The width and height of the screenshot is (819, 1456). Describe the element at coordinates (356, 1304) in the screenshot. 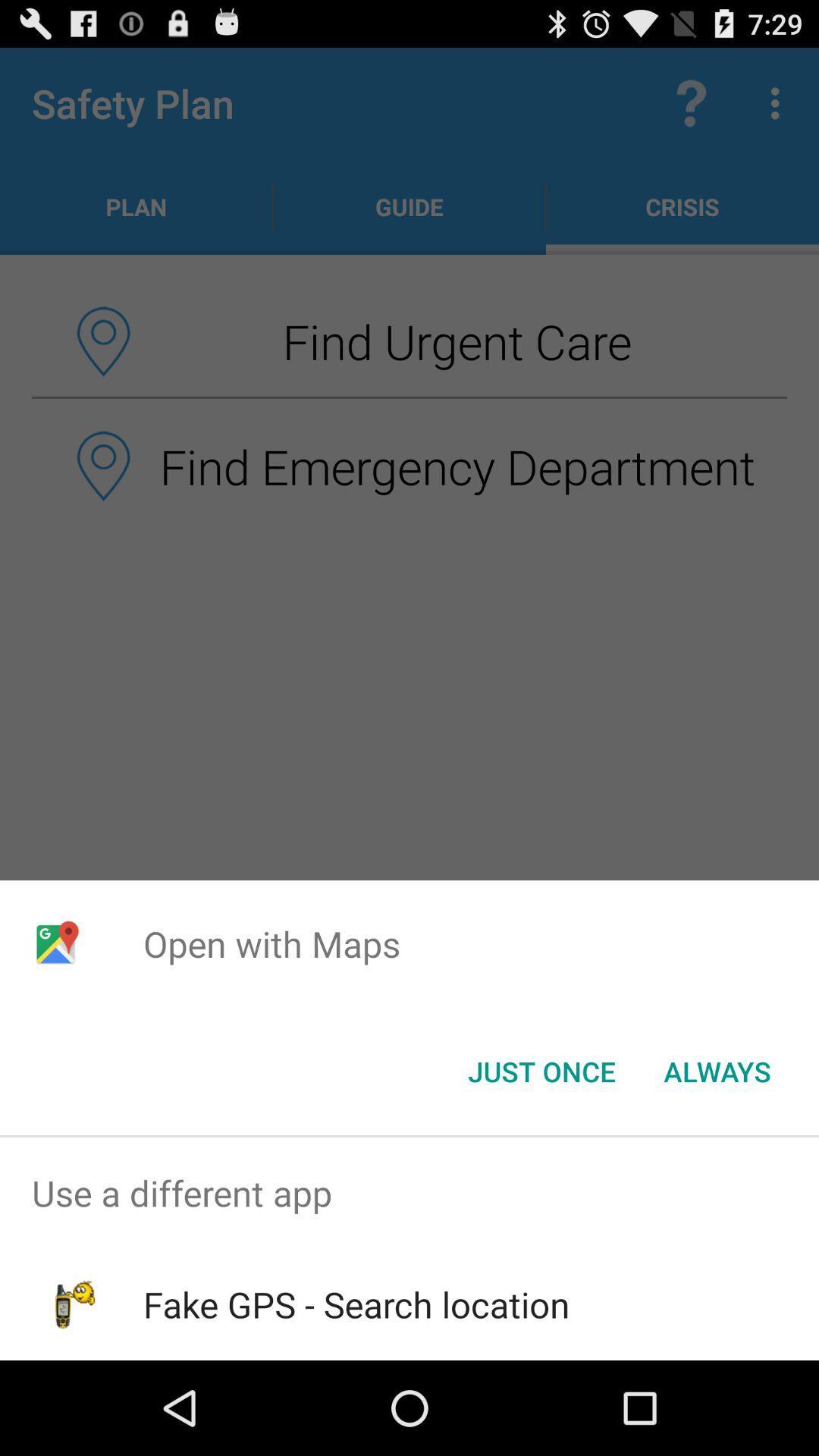

I see `the fake gps search app` at that location.